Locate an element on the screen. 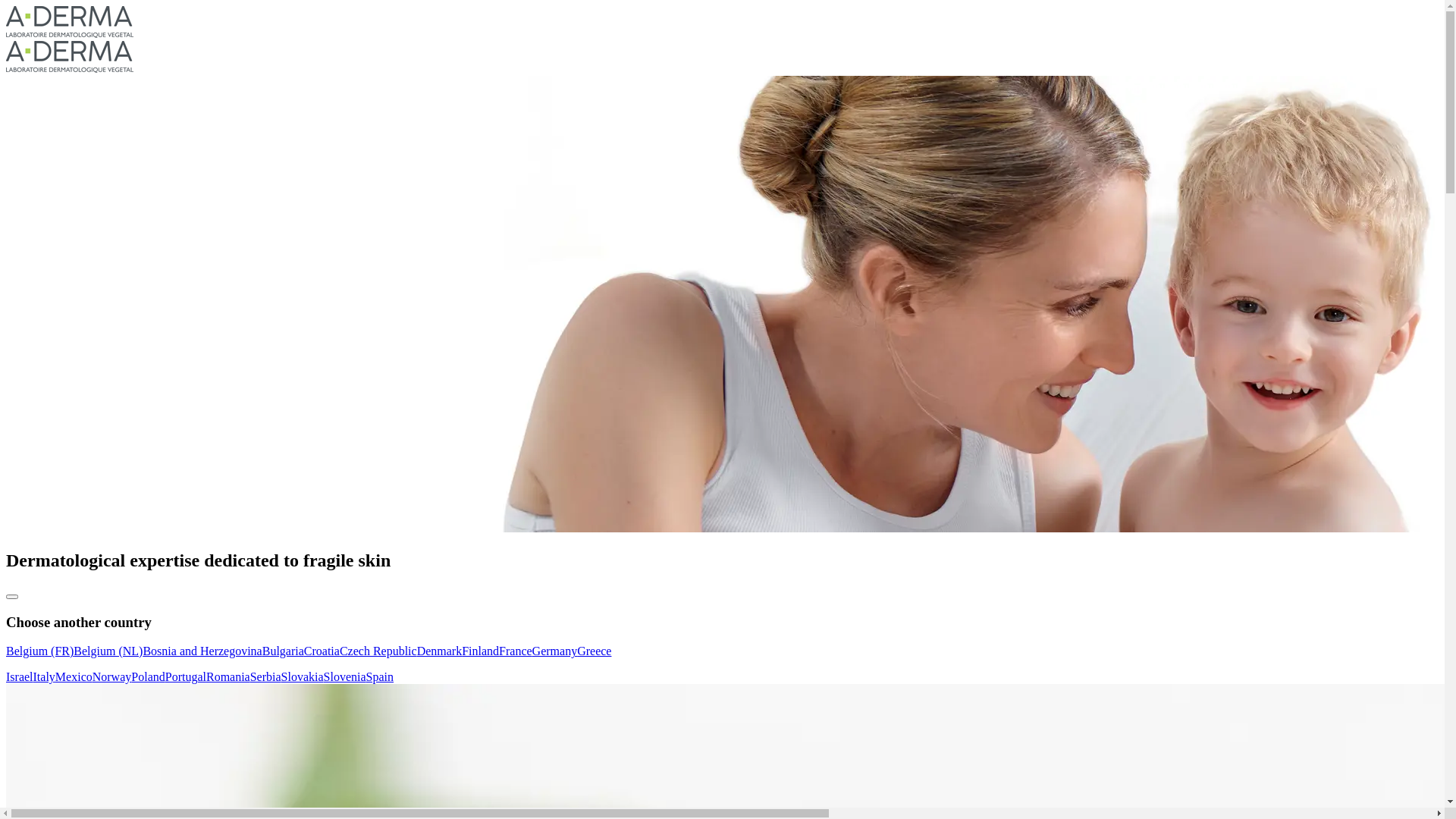  'Bulgaria' is located at coordinates (283, 650).